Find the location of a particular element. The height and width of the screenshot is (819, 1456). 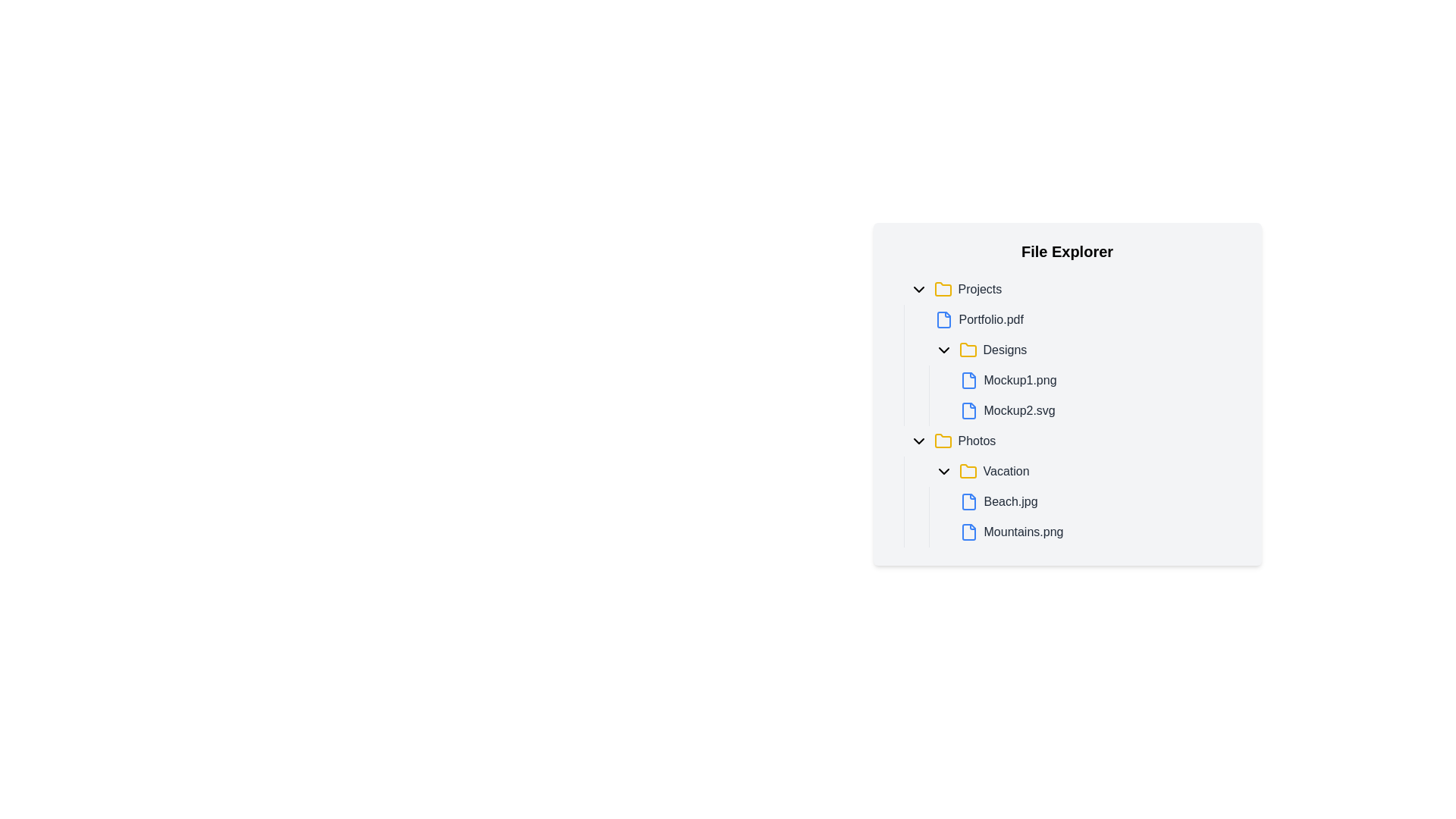

the blue file icon representing 'Mockup2.svg' in the Designs folder within the file explorer interface is located at coordinates (968, 411).